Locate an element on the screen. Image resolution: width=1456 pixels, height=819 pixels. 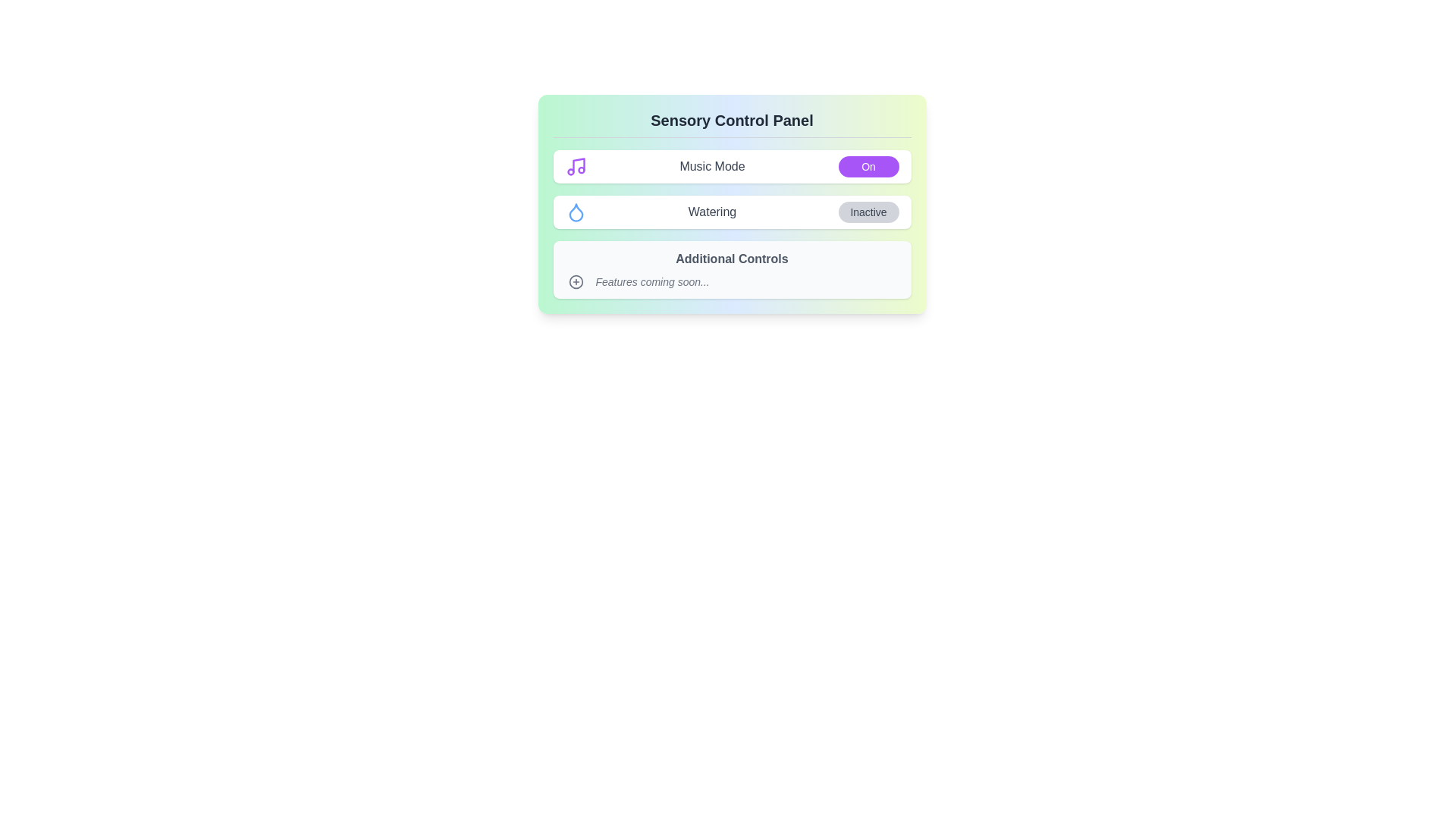
the Information Box containing the heading 'Additional Controls' and the text 'Features coming soon...' is located at coordinates (732, 268).